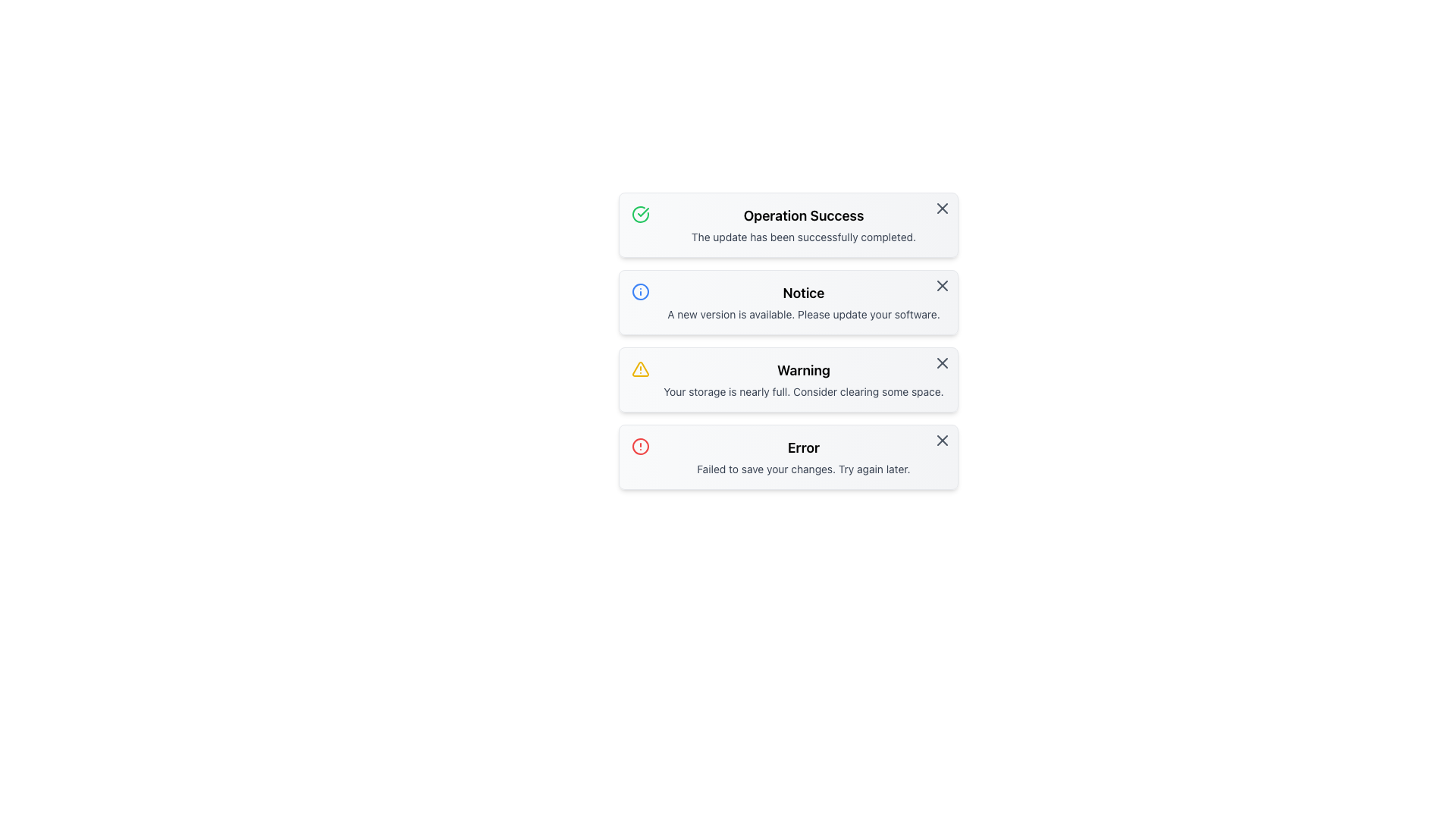 The image size is (1456, 819). I want to click on the diagonal line of the close icon in the 'Warning' notification, so click(942, 362).